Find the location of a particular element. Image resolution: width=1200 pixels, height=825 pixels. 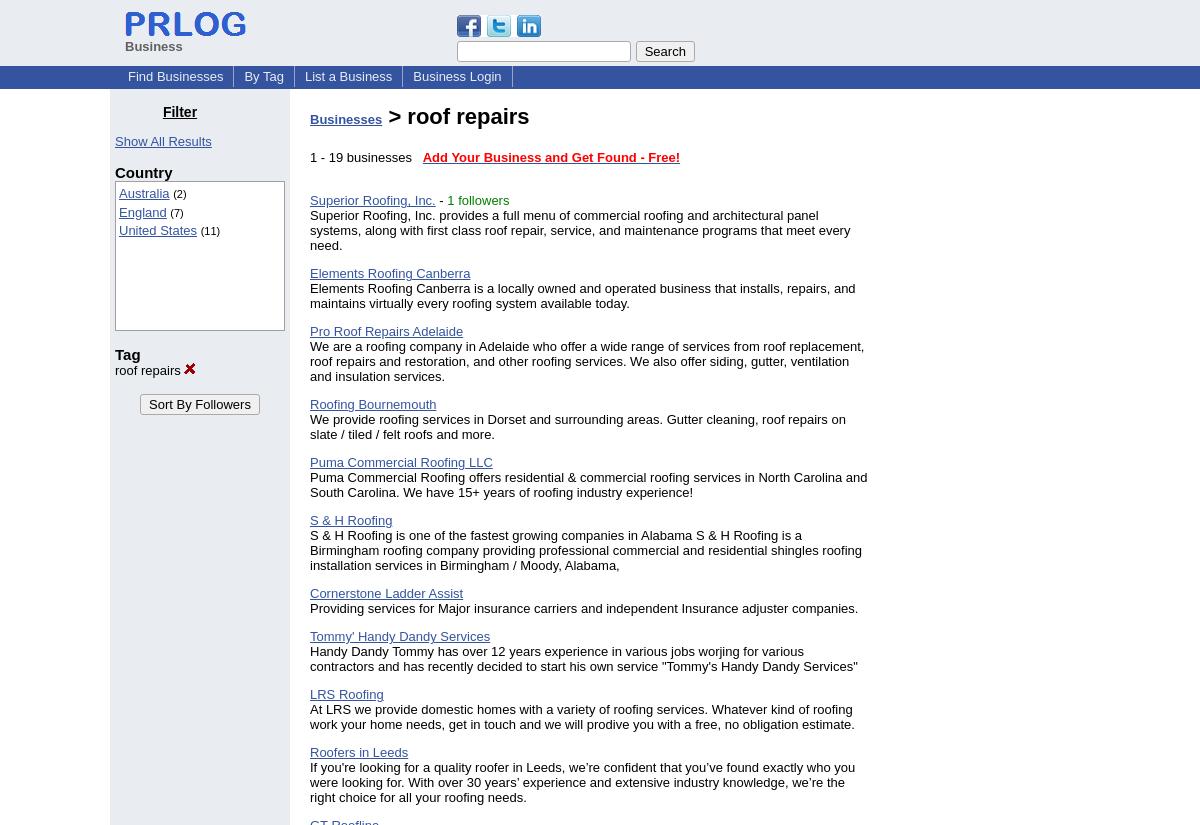

'By Tag' is located at coordinates (262, 75).